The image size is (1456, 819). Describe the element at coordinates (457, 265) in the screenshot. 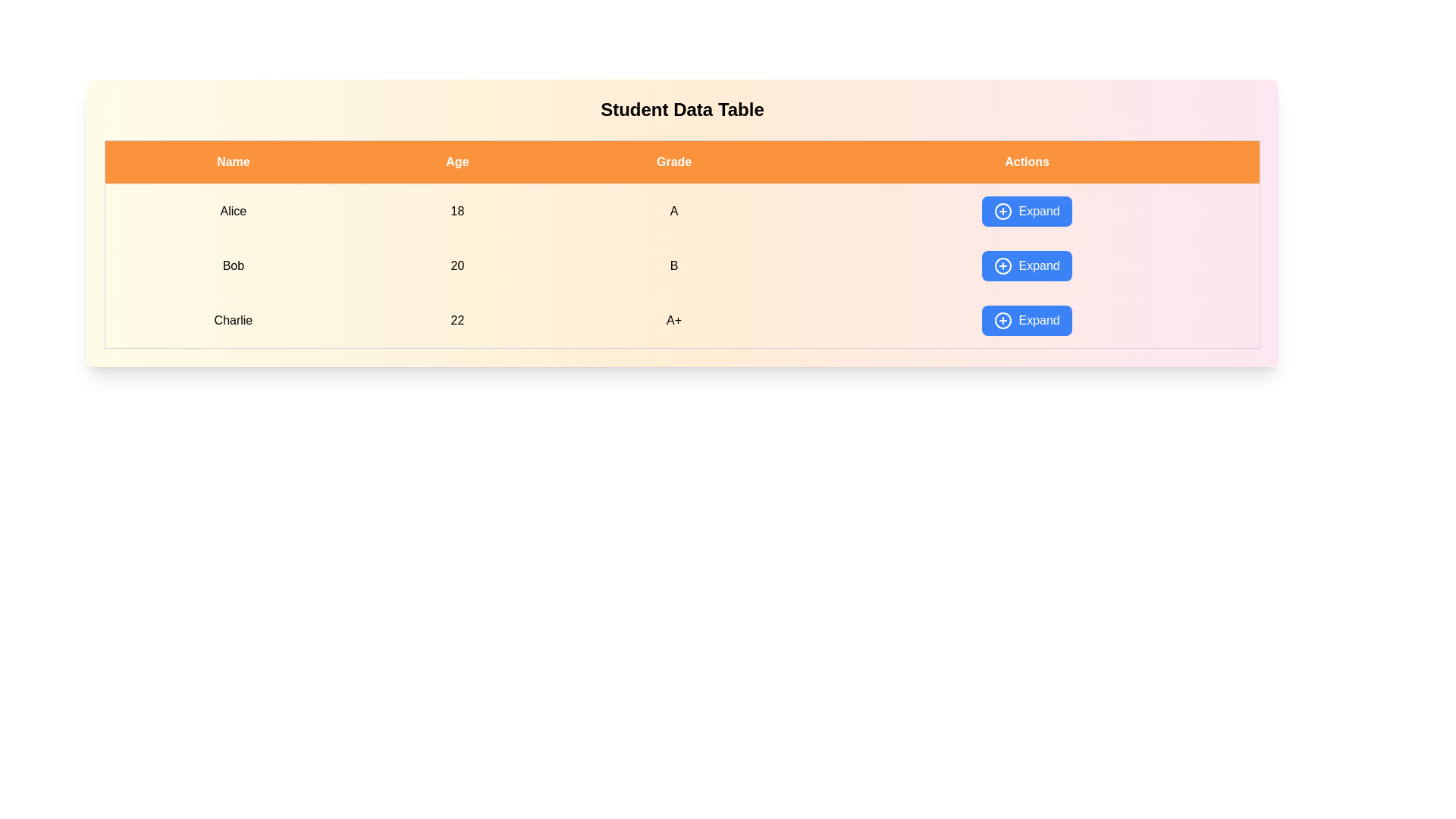

I see `numeric value '20' displayed in plain text style in the 'Age' column for Bob's row, which is located in the second cell beneath the 'Age' column header` at that location.